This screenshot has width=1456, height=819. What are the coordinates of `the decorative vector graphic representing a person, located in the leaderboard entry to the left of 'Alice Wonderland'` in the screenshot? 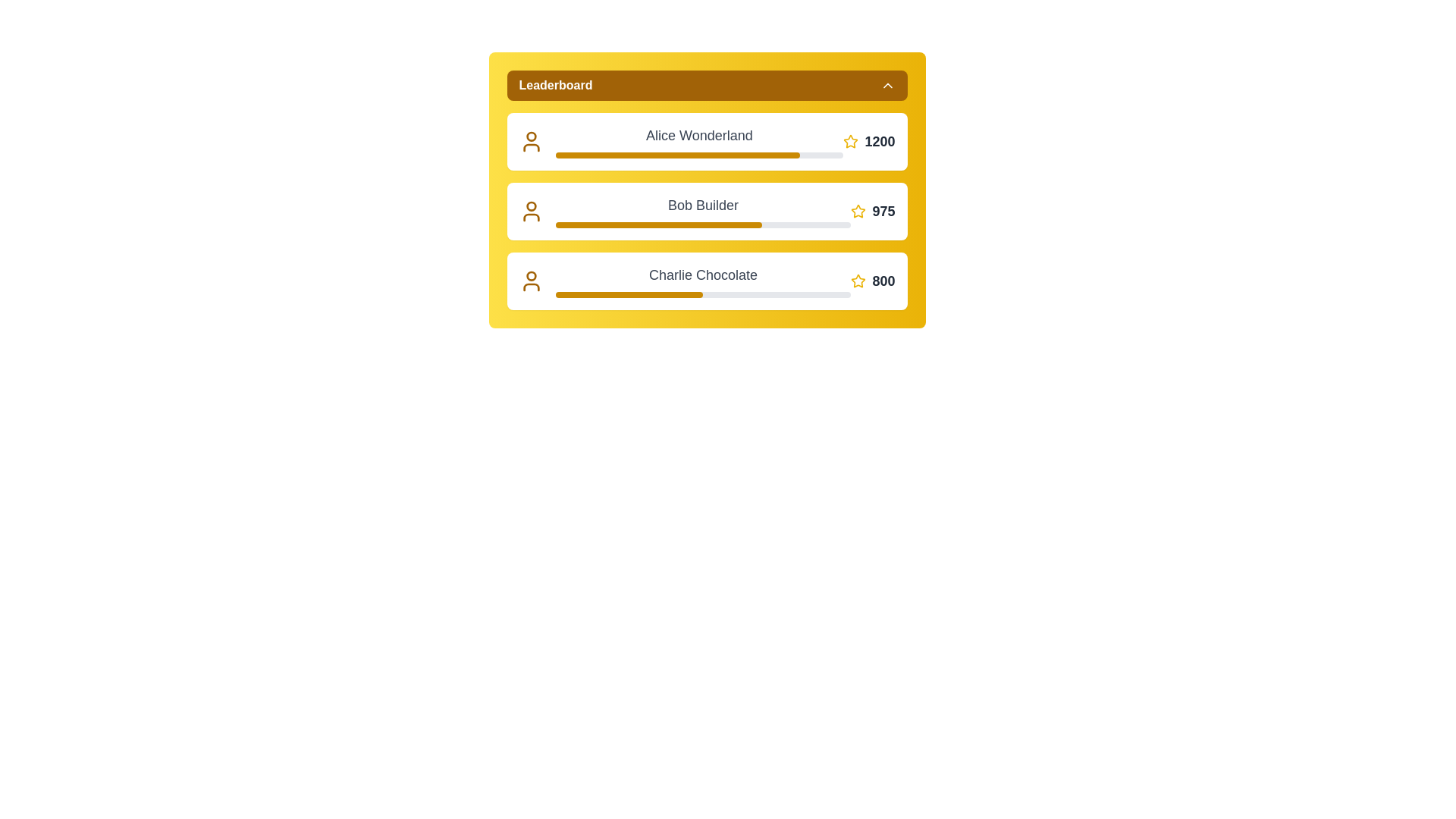 It's located at (531, 148).